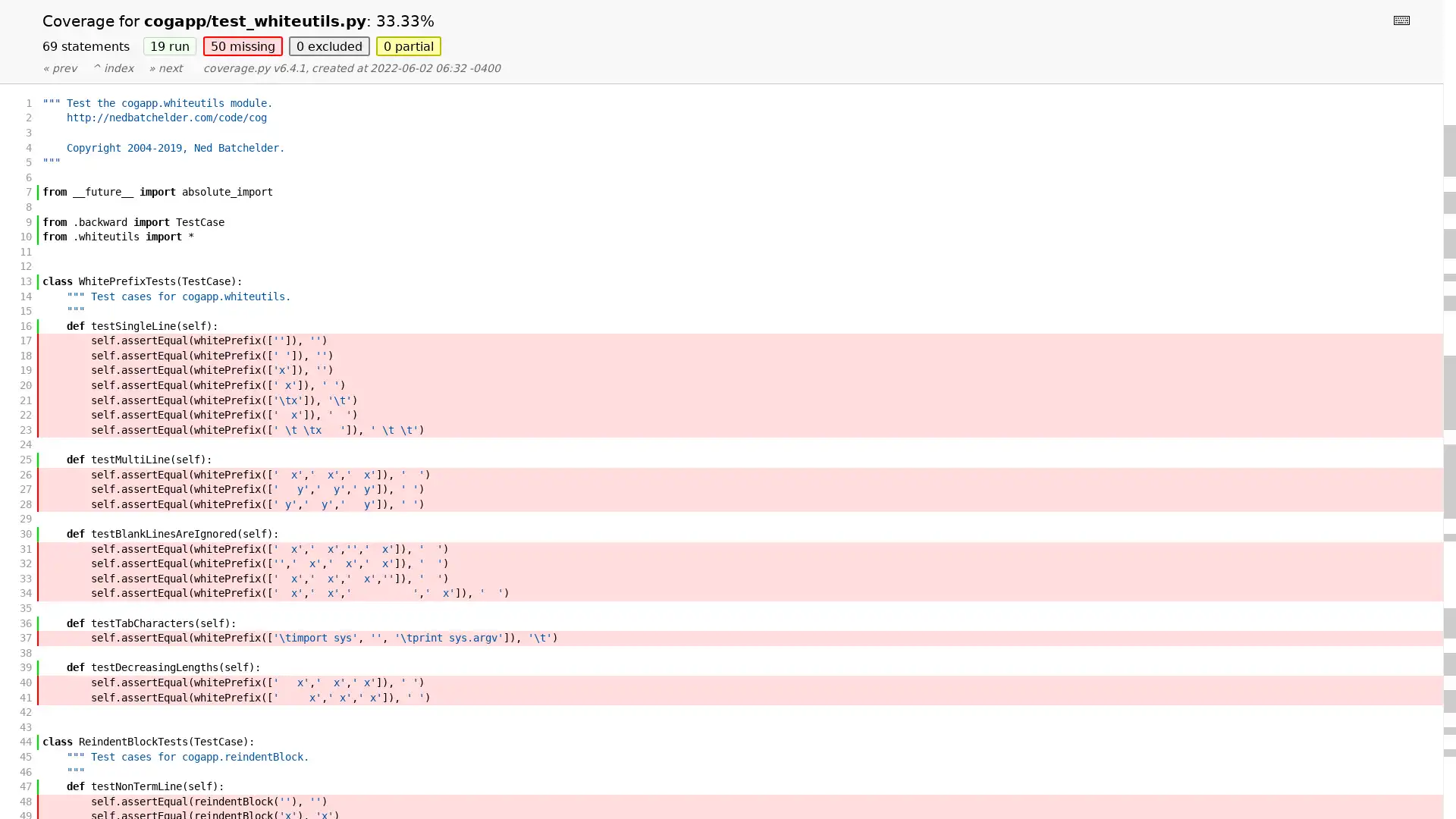  What do you see at coordinates (168, 45) in the screenshot?
I see `19 run` at bounding box center [168, 45].